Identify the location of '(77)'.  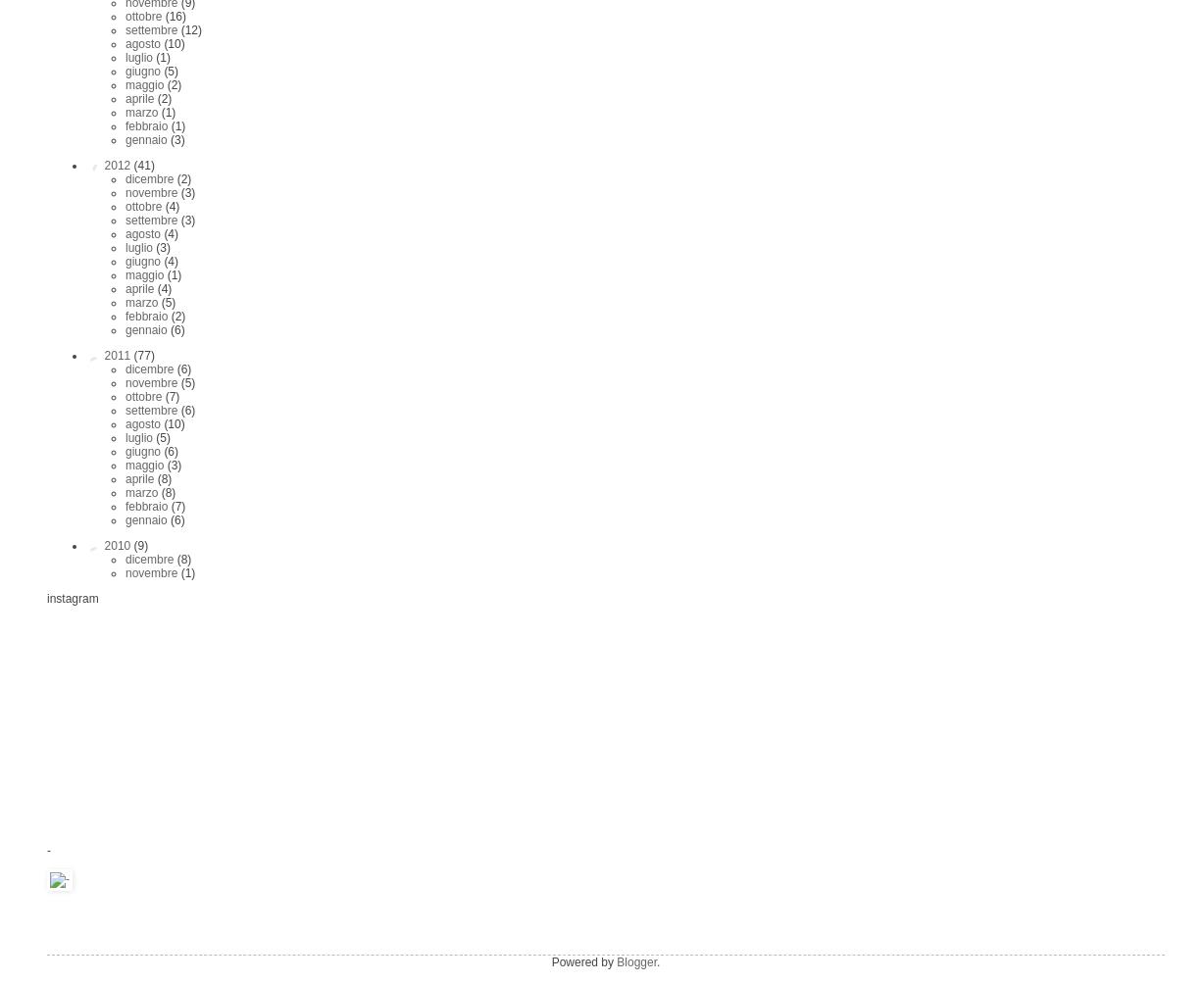
(143, 353).